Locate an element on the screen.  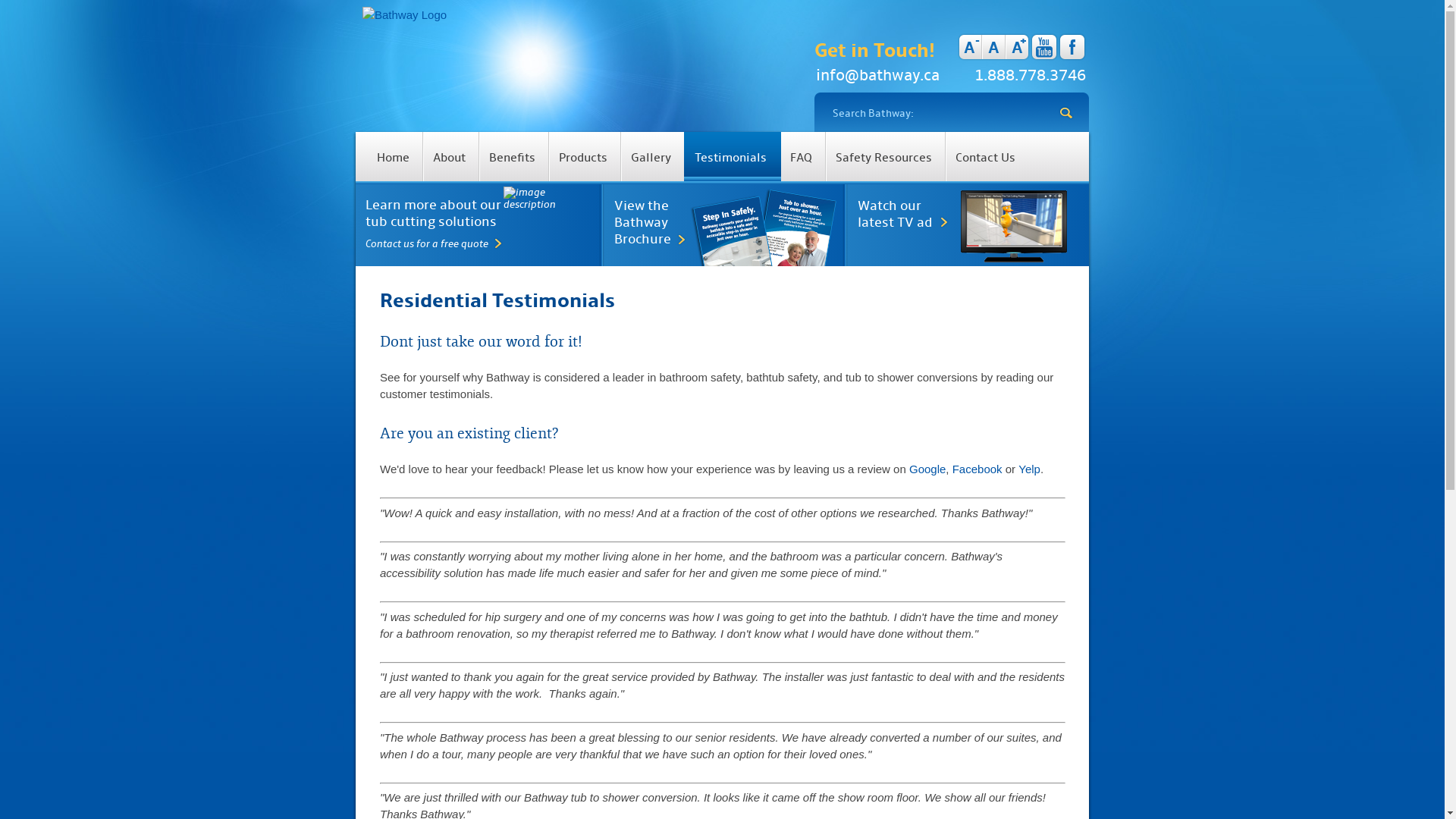
'1.888.778.3746' is located at coordinates (1030, 75).